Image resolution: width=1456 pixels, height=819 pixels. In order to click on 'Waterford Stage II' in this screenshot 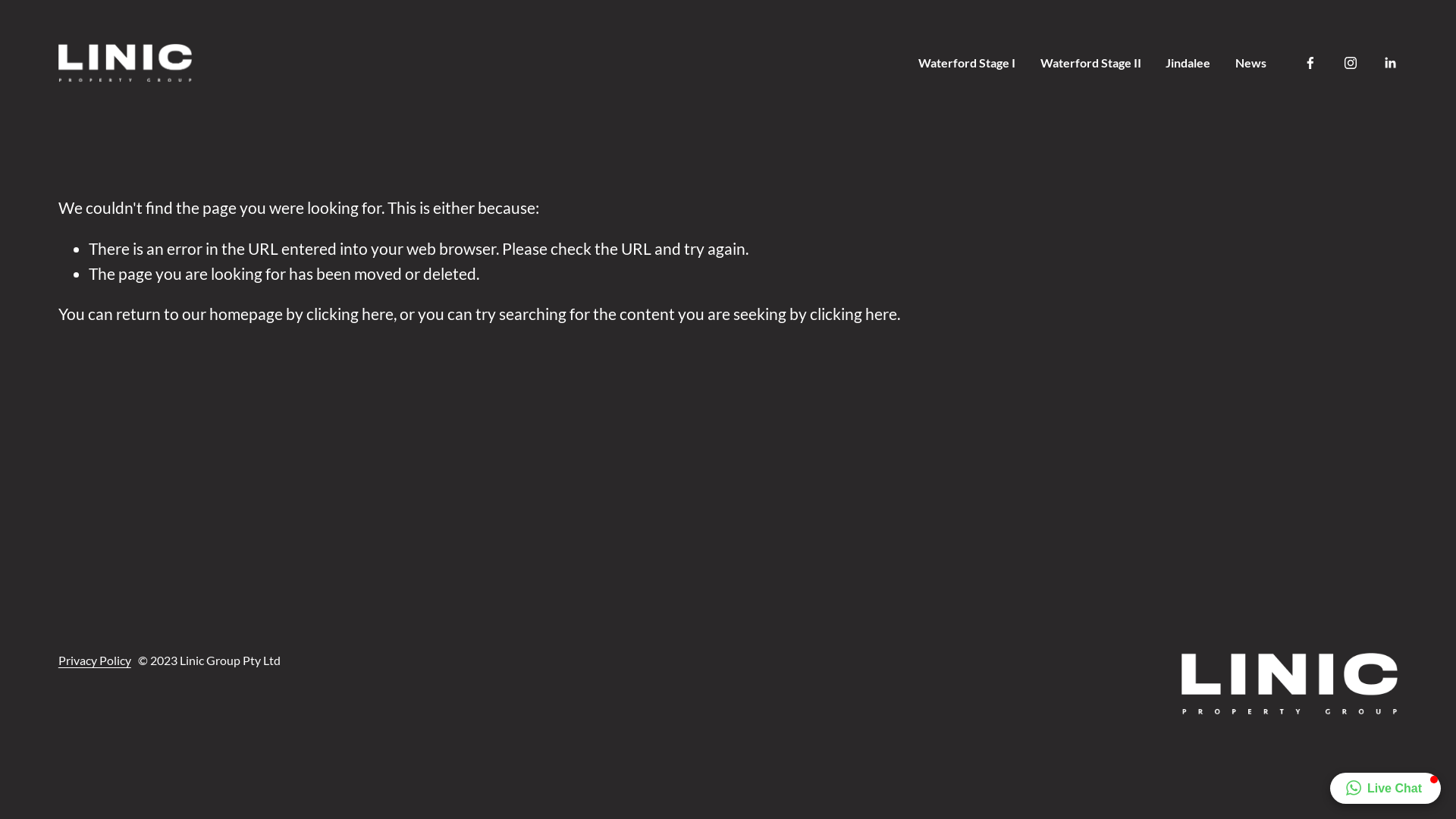, I will do `click(1090, 61)`.